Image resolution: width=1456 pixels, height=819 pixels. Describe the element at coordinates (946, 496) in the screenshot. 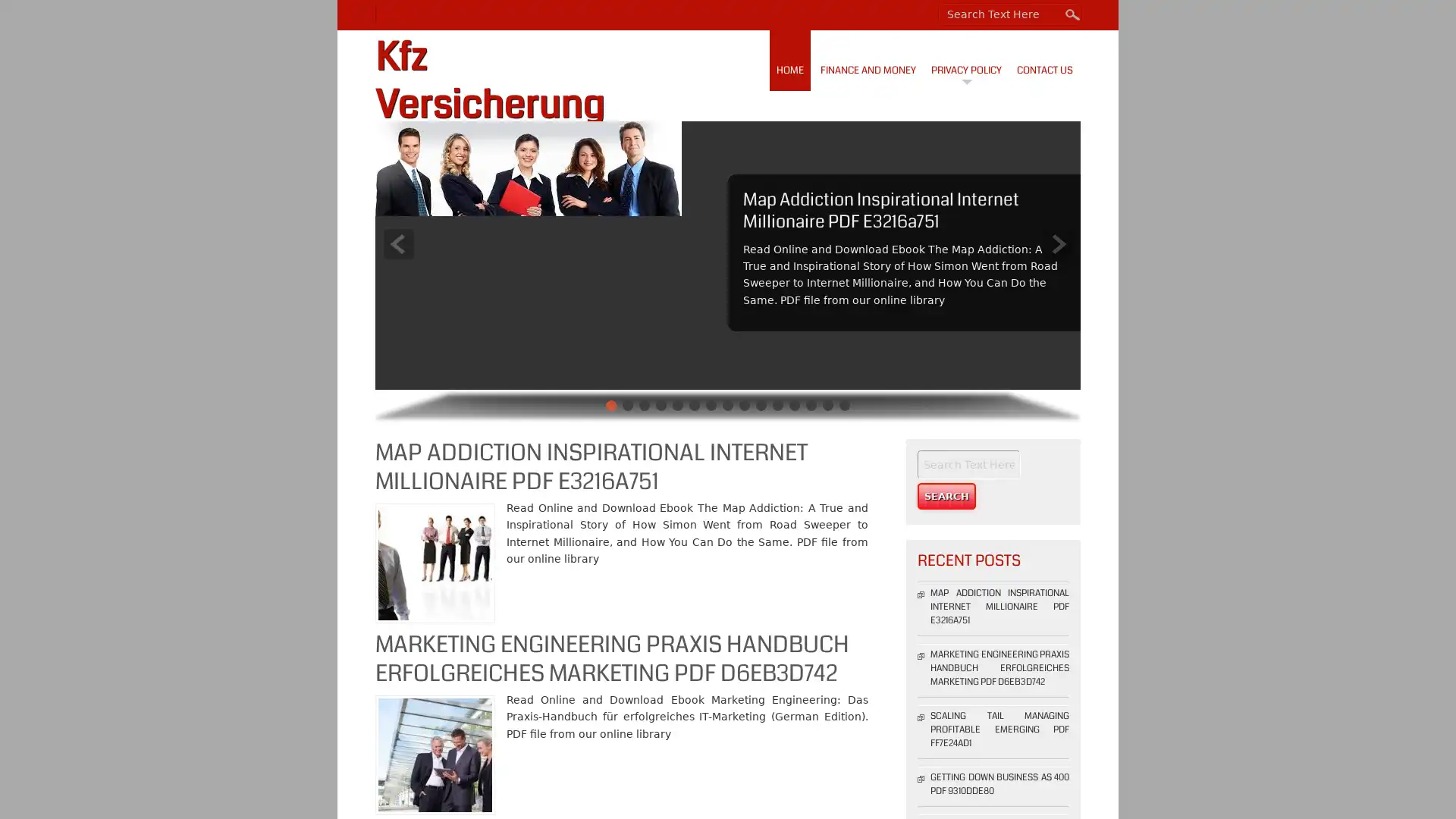

I see `Search` at that location.